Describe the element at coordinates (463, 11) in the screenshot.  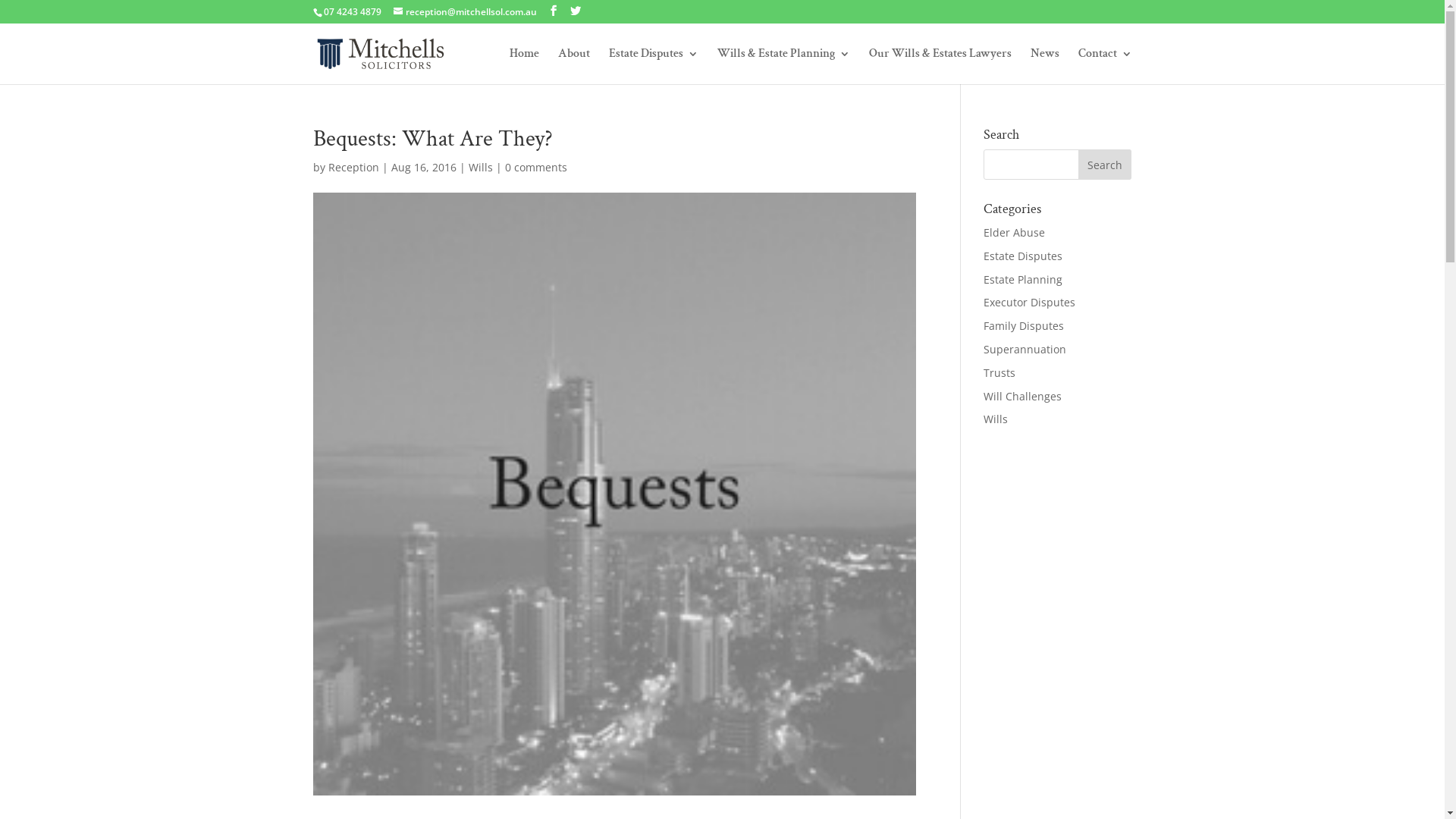
I see `'reception@mitchellsol.com.au'` at that location.